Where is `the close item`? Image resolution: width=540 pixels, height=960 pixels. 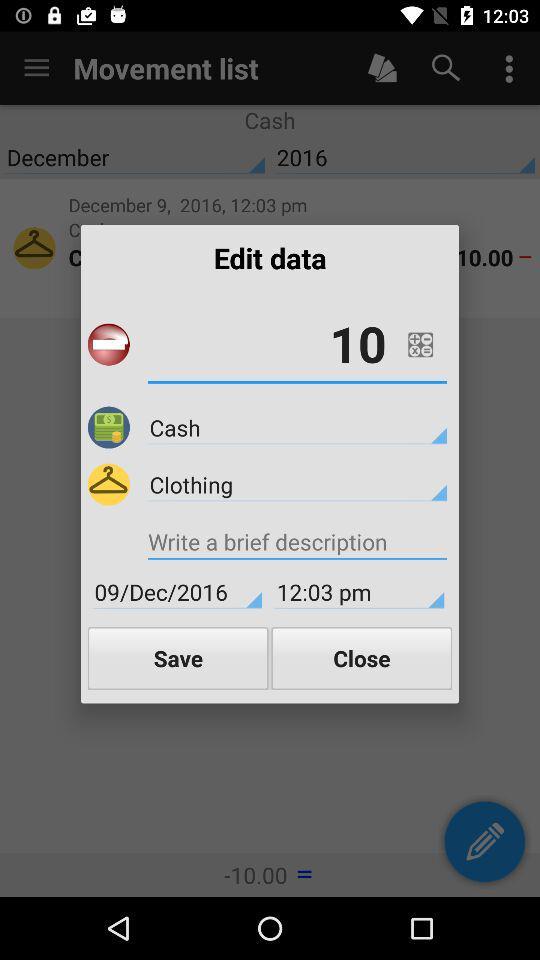 the close item is located at coordinates (360, 657).